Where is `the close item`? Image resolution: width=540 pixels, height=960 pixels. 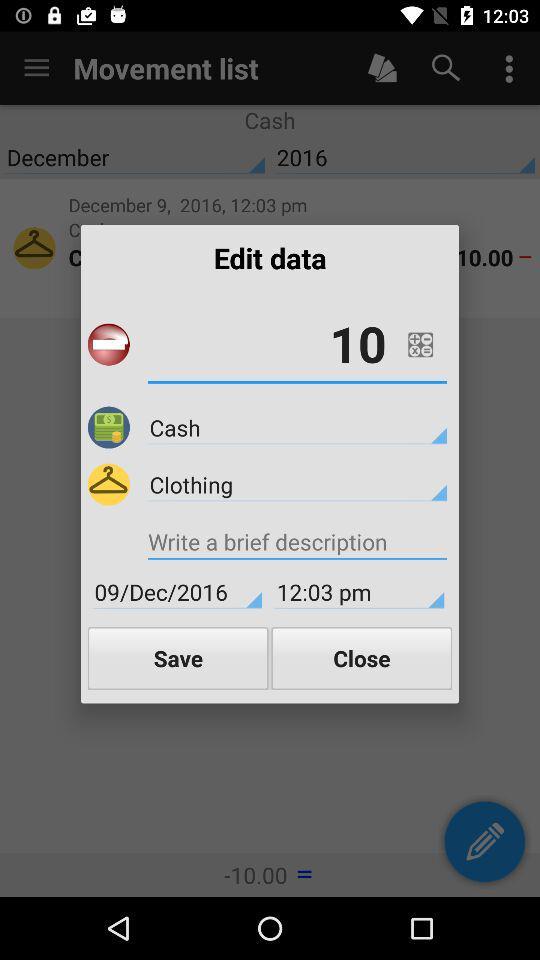 the close item is located at coordinates (360, 657).